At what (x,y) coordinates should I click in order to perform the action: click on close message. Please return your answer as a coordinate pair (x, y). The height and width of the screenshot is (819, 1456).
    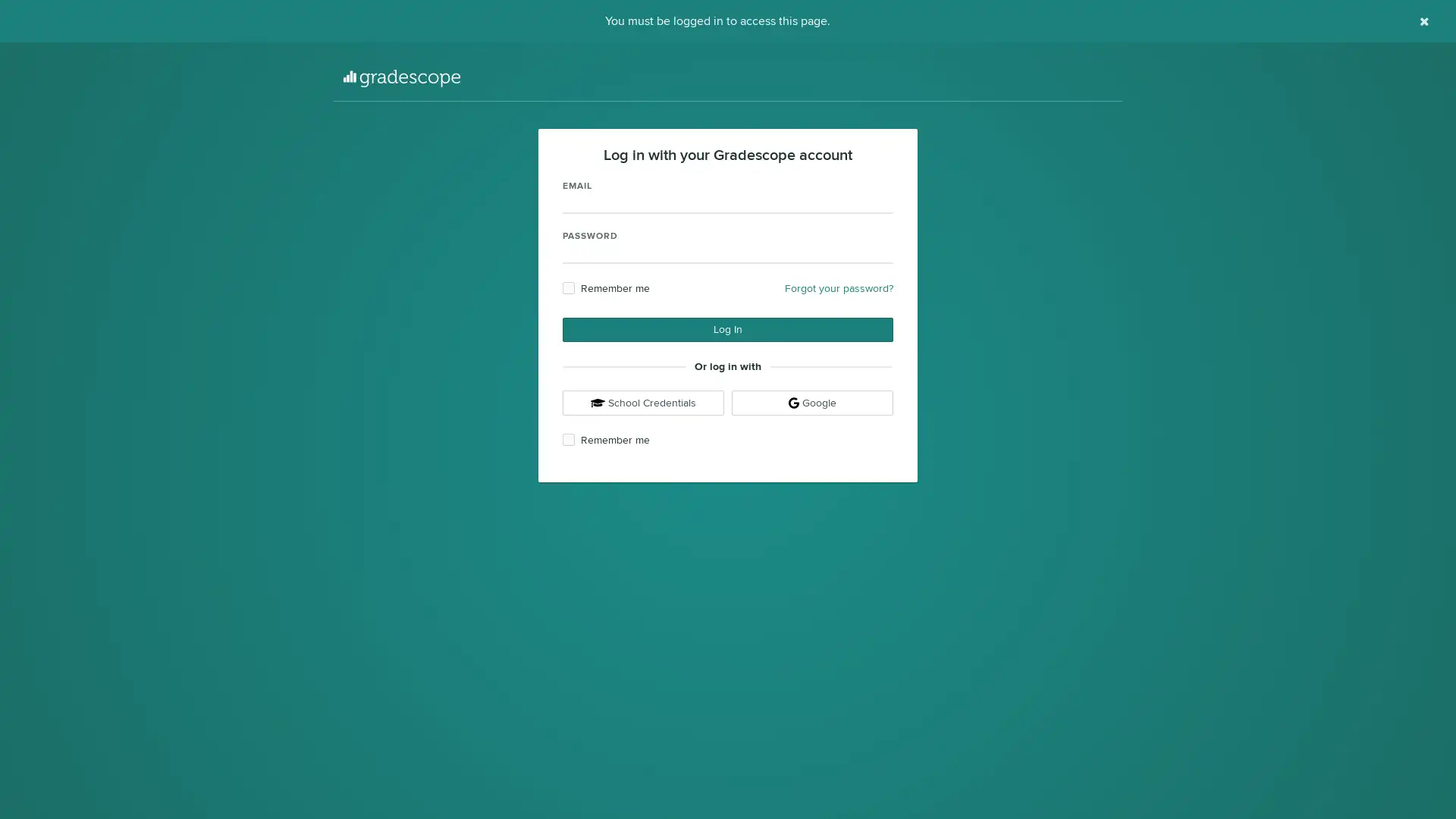
    Looking at the image, I should click on (1423, 21).